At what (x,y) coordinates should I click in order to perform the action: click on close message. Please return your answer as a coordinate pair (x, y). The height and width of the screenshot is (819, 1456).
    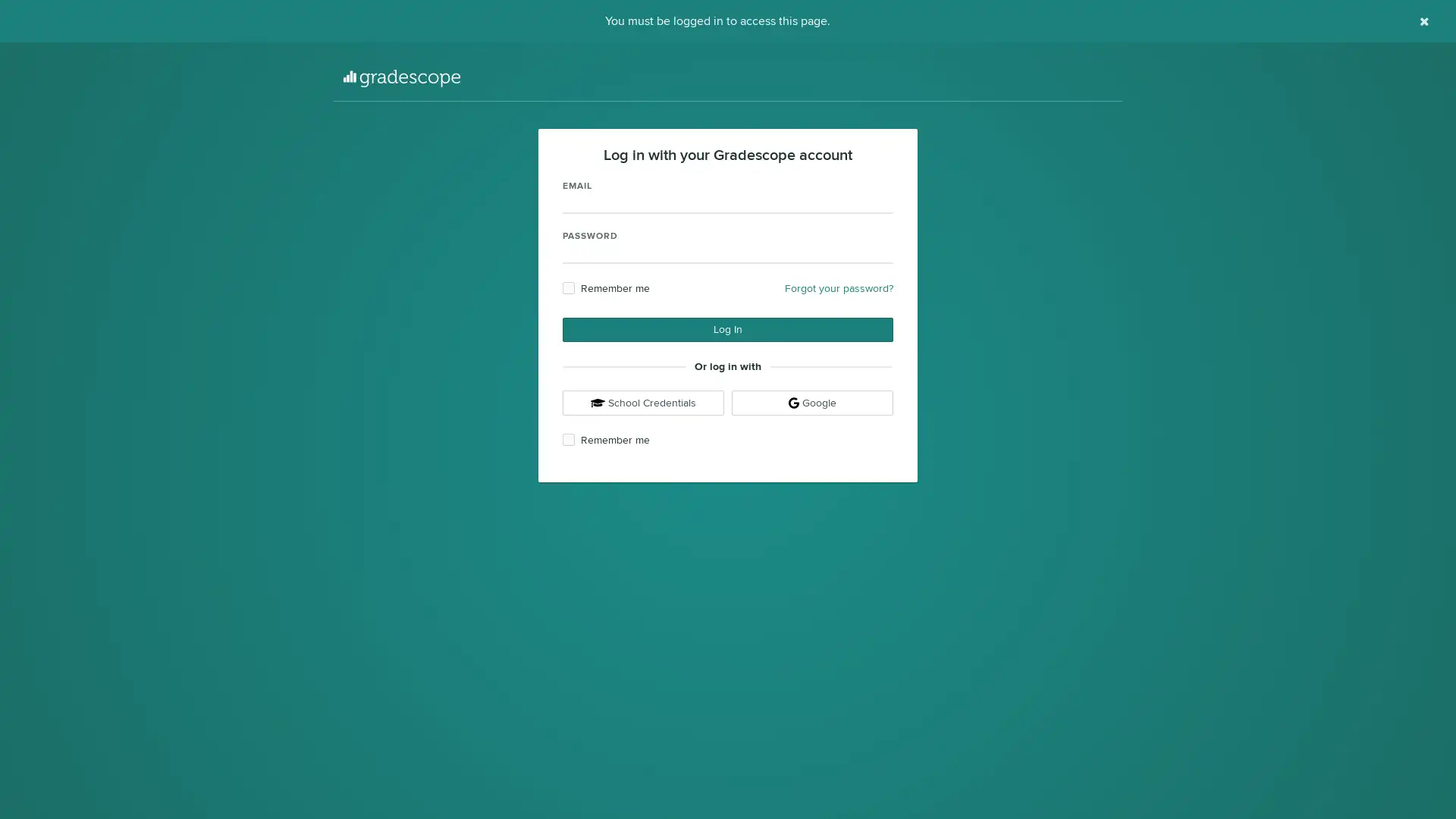
    Looking at the image, I should click on (1423, 21).